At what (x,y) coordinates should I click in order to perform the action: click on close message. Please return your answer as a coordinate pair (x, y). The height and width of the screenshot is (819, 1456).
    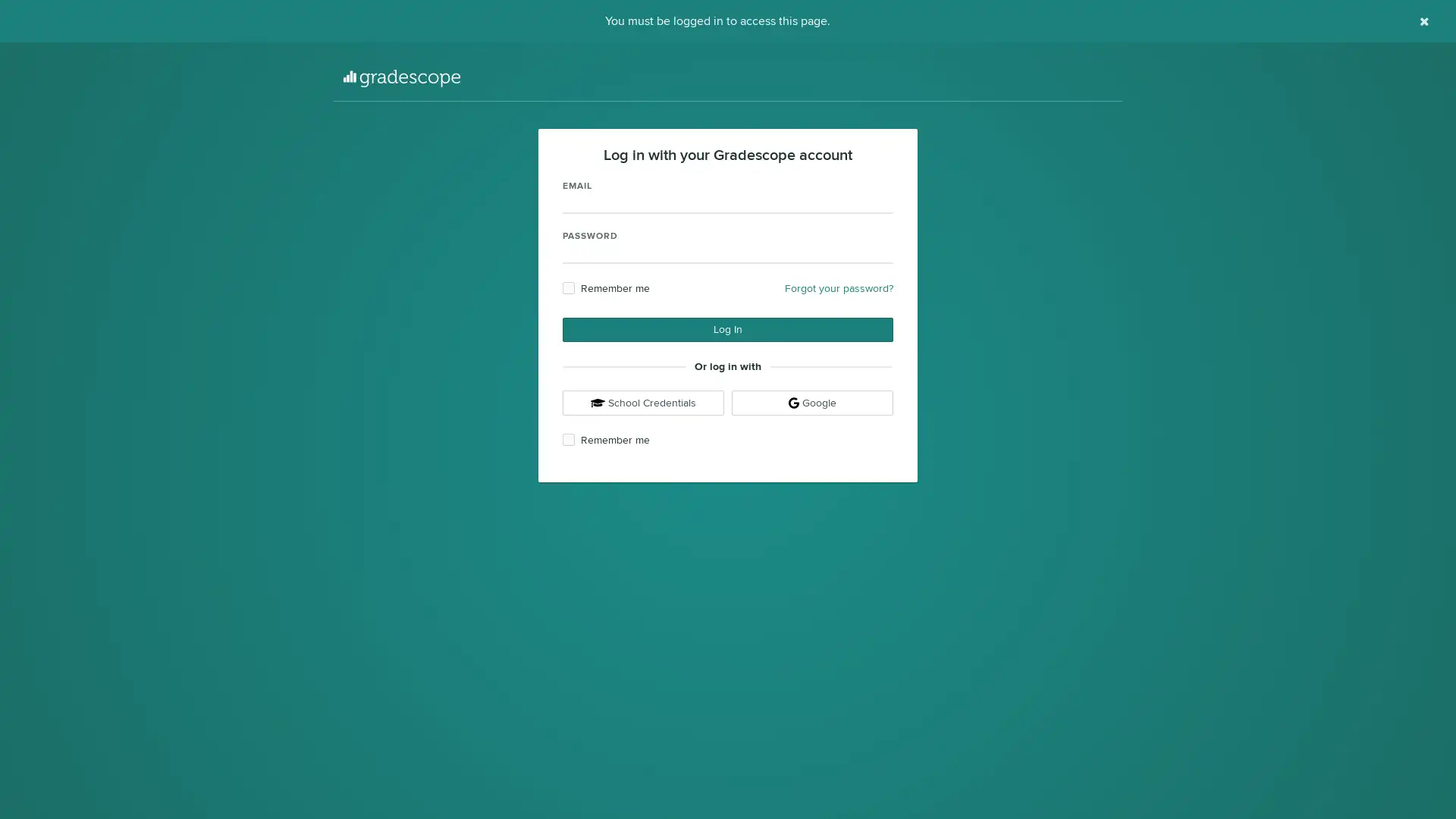
    Looking at the image, I should click on (1423, 21).